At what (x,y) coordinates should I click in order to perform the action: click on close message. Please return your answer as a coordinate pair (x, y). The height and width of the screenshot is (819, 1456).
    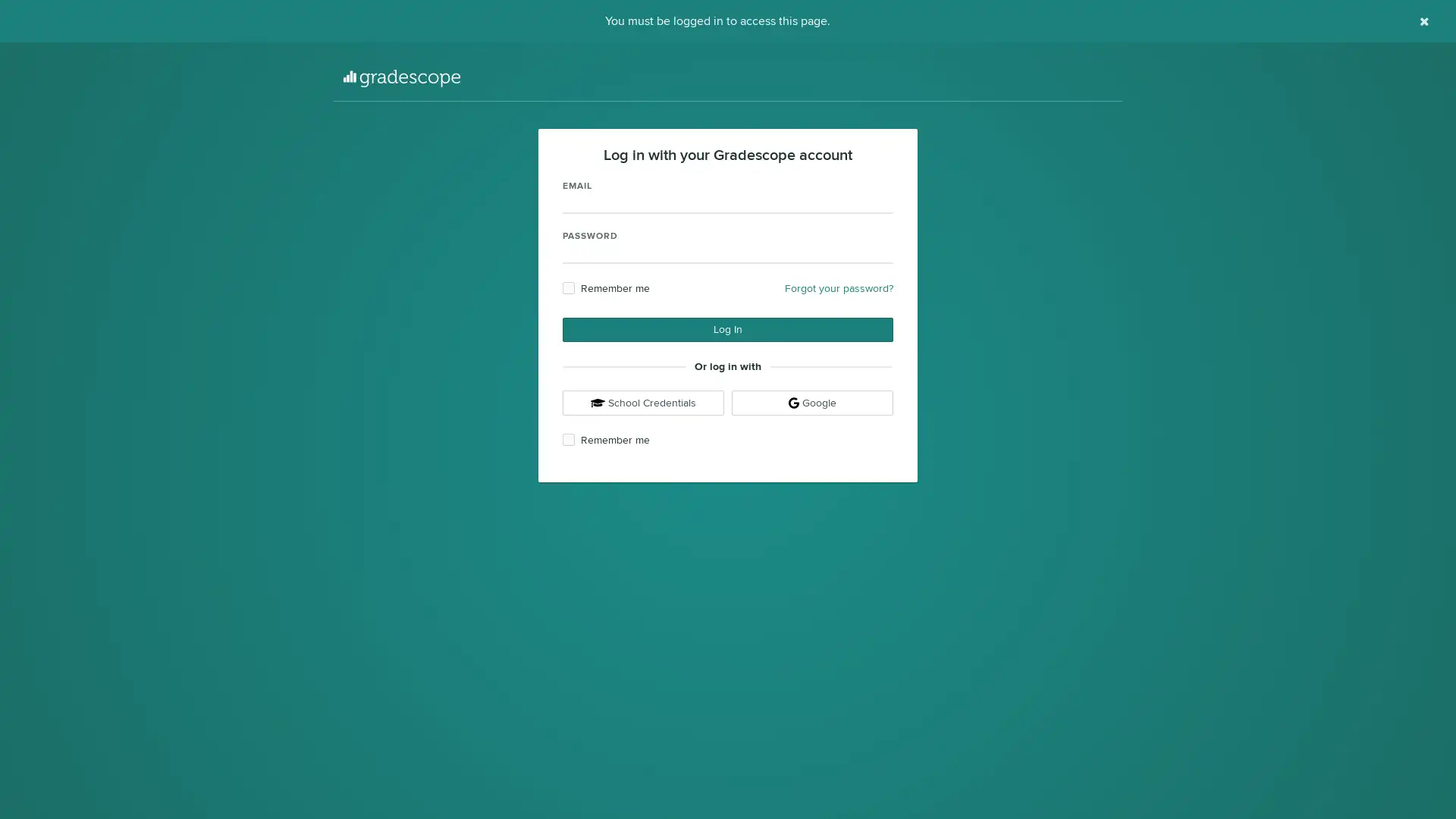
    Looking at the image, I should click on (1423, 21).